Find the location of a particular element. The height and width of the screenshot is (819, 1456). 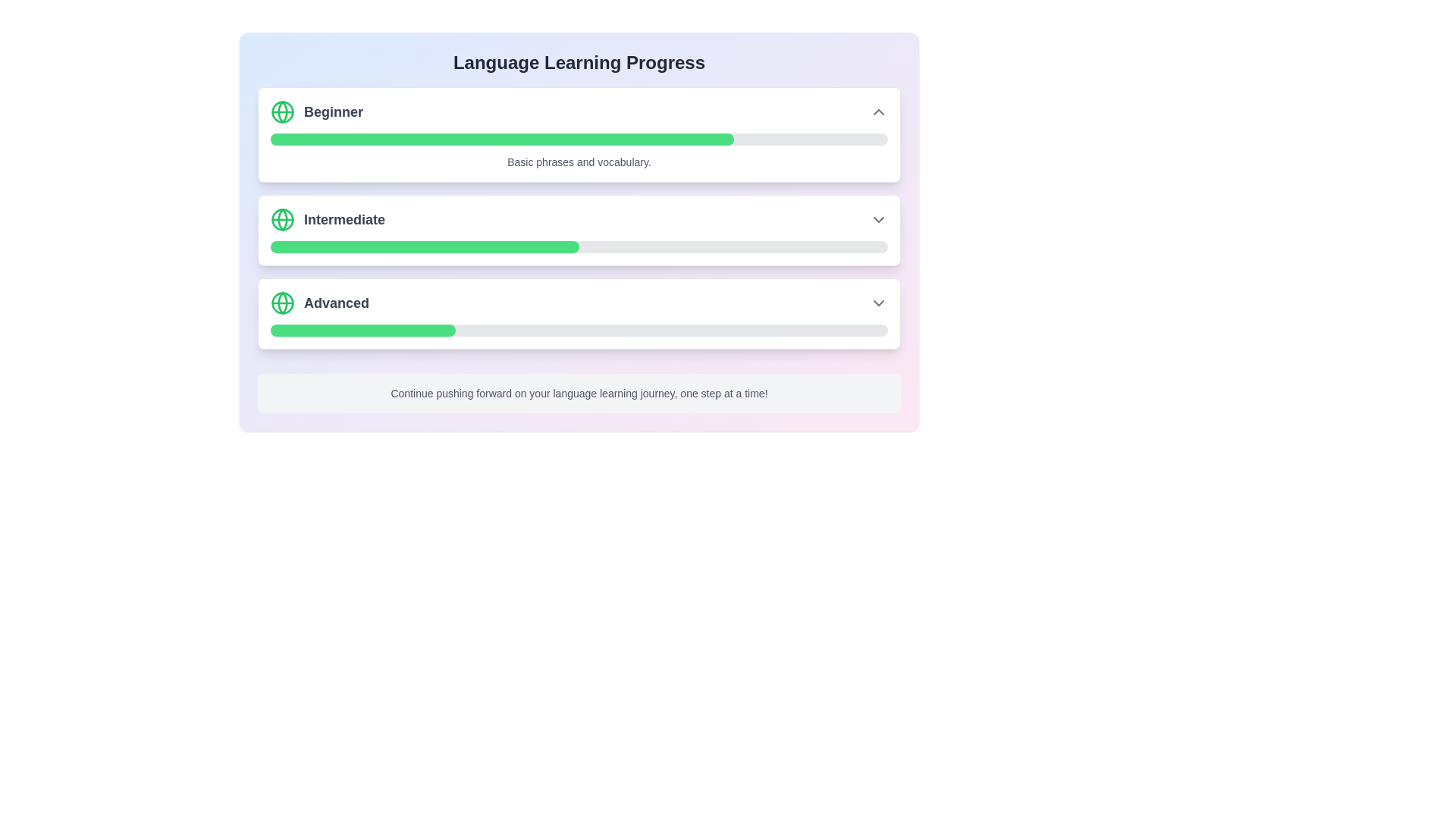

the Dropdown indicator icon located on the rightmost side of the 'Intermediate' section in the 'Language Learning Progress' interface is located at coordinates (878, 219).